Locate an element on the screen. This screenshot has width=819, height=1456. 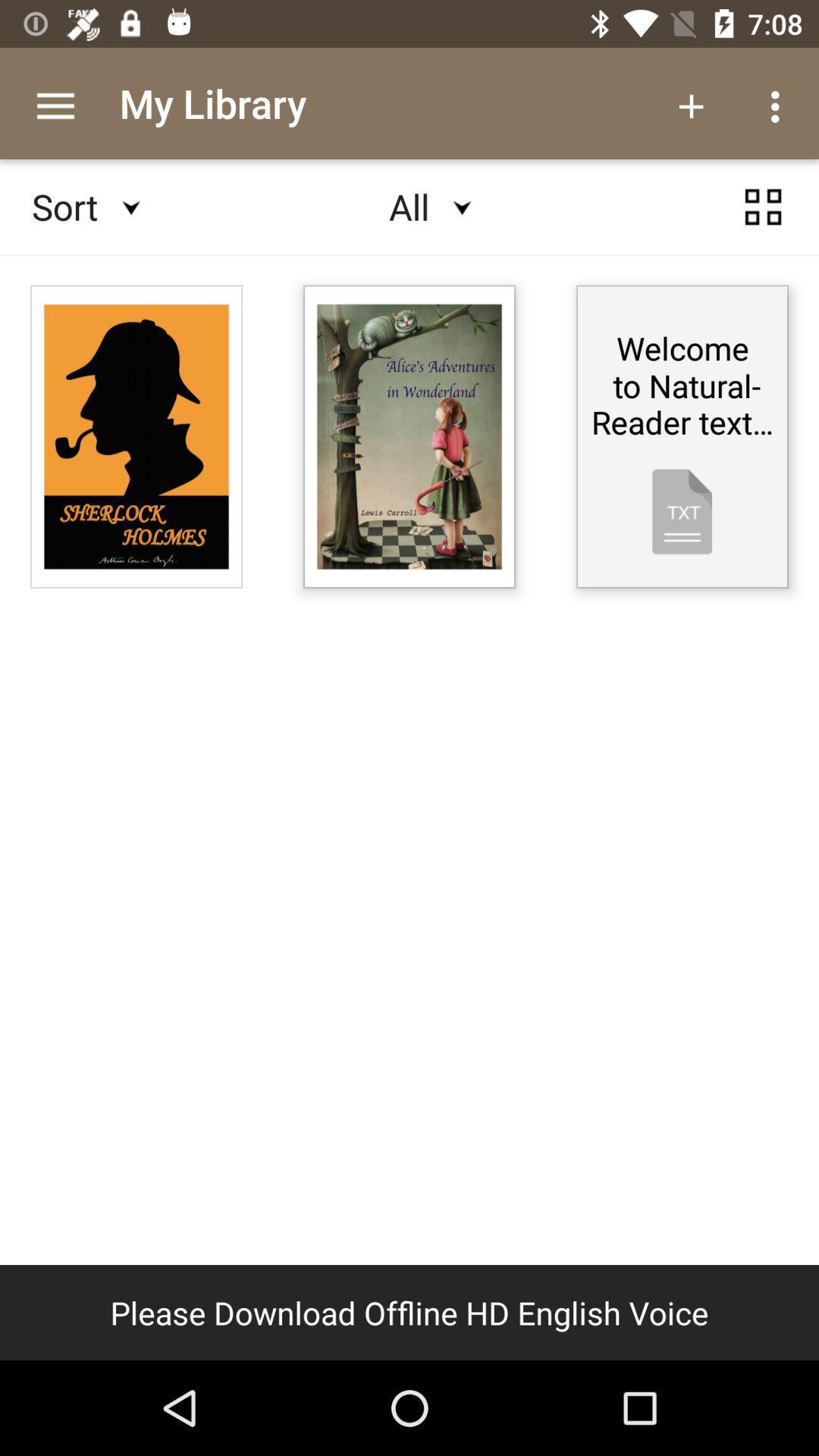
all at the top is located at coordinates (409, 206).